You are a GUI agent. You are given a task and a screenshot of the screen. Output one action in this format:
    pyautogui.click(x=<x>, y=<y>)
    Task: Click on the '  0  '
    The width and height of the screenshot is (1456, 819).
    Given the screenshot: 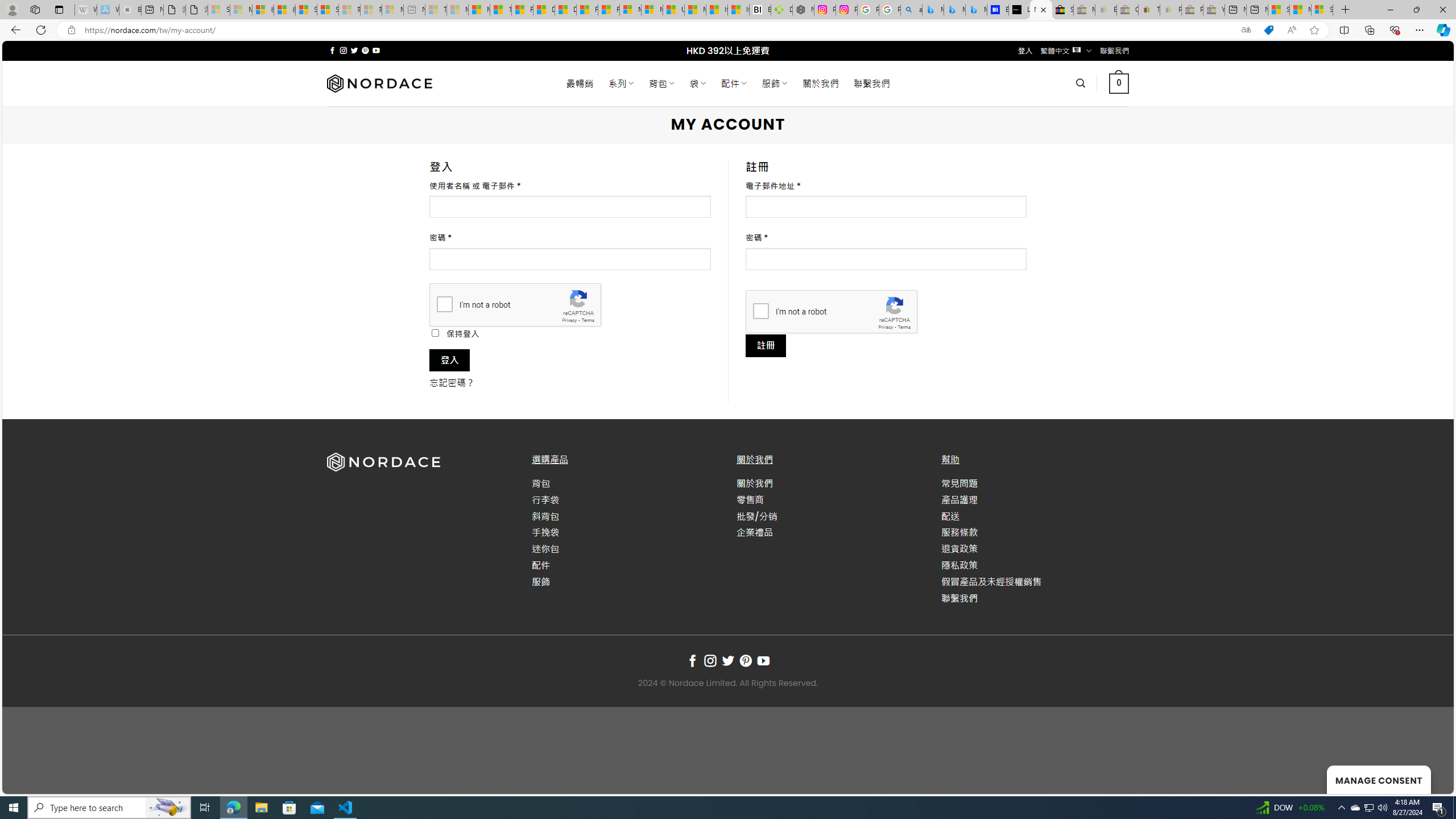 What is the action you would take?
    pyautogui.click(x=1118, y=82)
    